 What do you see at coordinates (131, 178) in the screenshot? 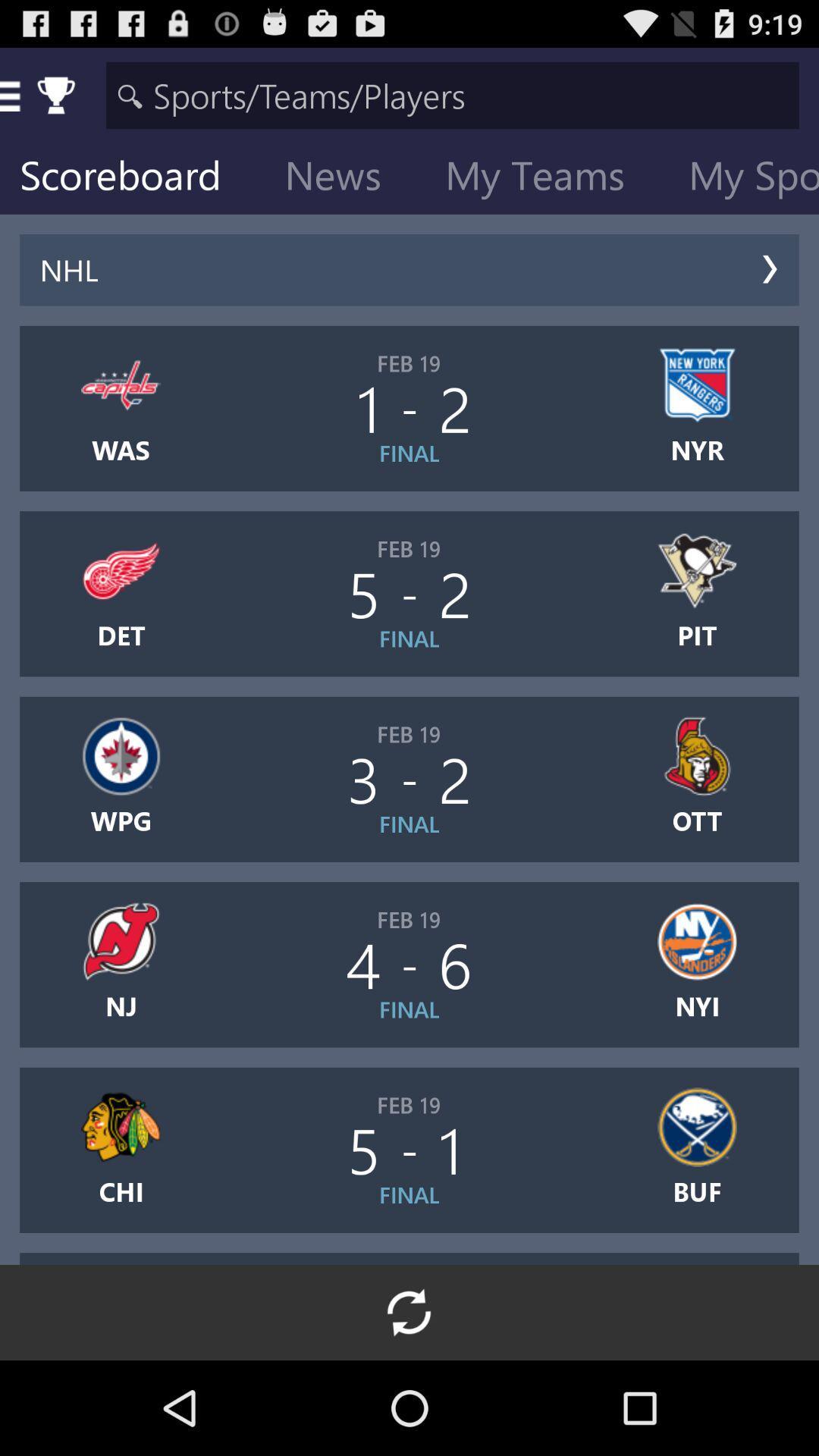
I see `scoreboard item` at bounding box center [131, 178].